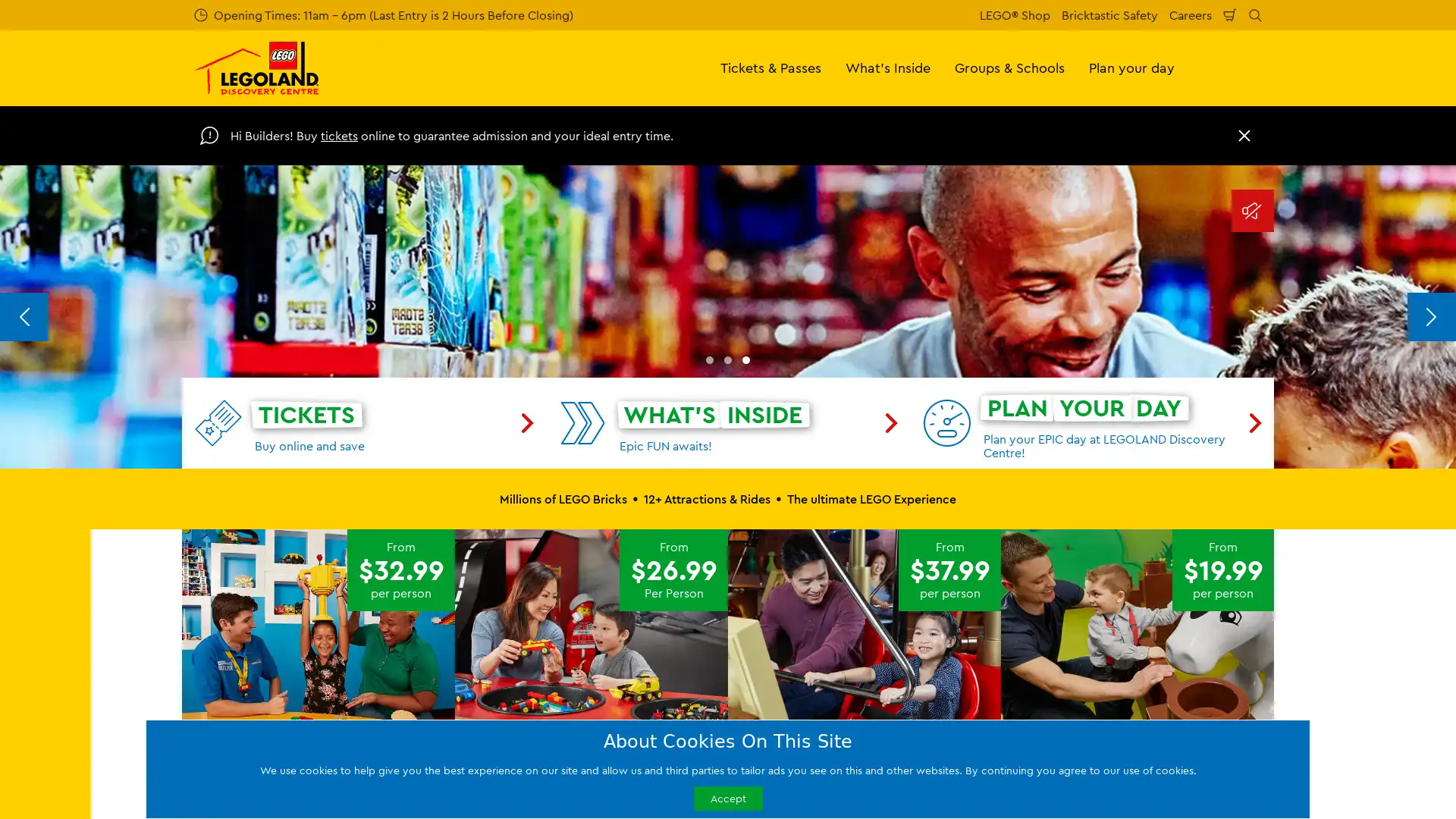 The height and width of the screenshot is (819, 1456). What do you see at coordinates (1009, 67) in the screenshot?
I see `Groups & Schools` at bounding box center [1009, 67].